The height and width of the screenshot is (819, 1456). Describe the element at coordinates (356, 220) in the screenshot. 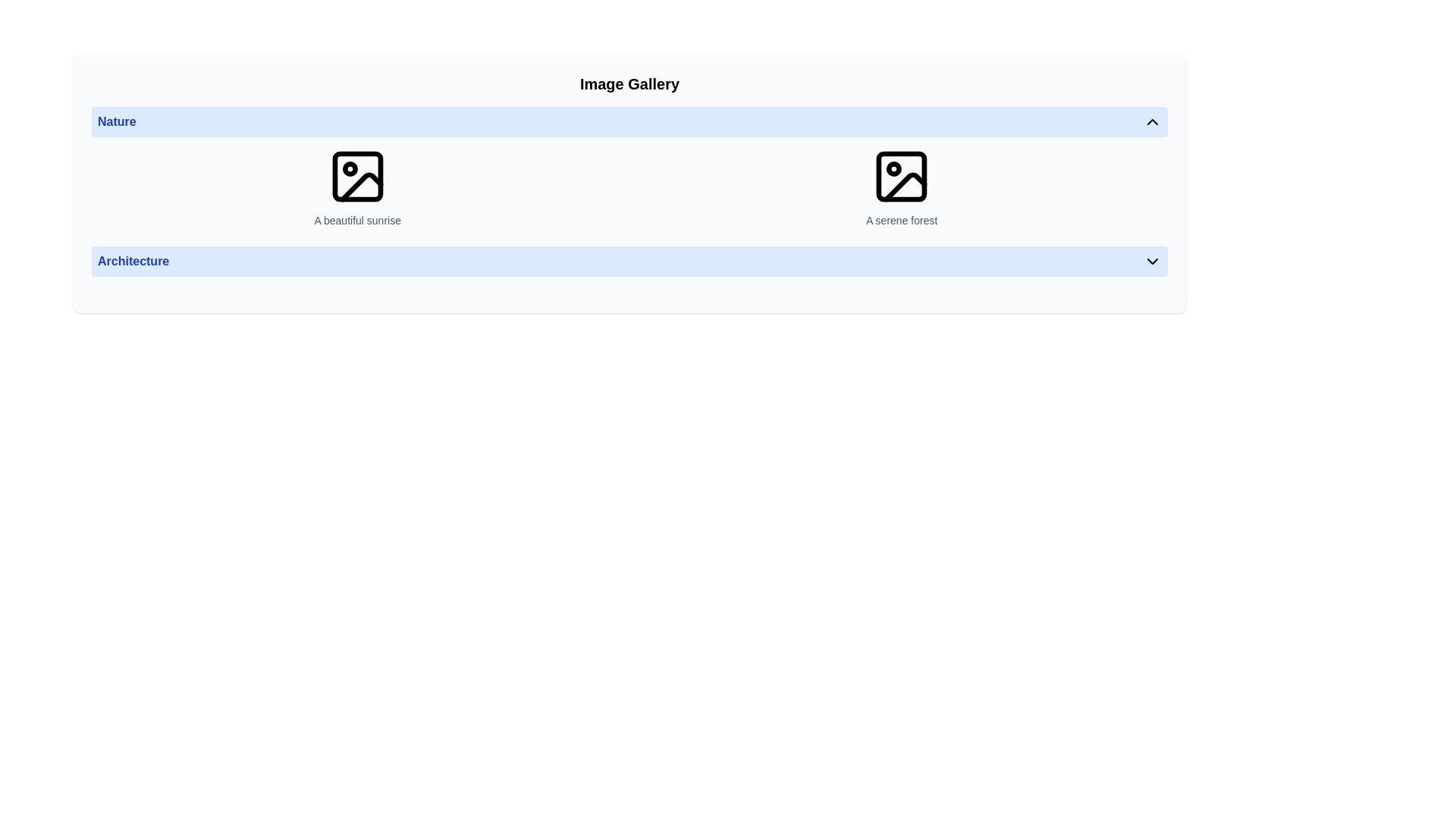

I see `the caption text in the 'Image Gallery' section under the 'Nature' category, which describes the associated image above it` at that location.